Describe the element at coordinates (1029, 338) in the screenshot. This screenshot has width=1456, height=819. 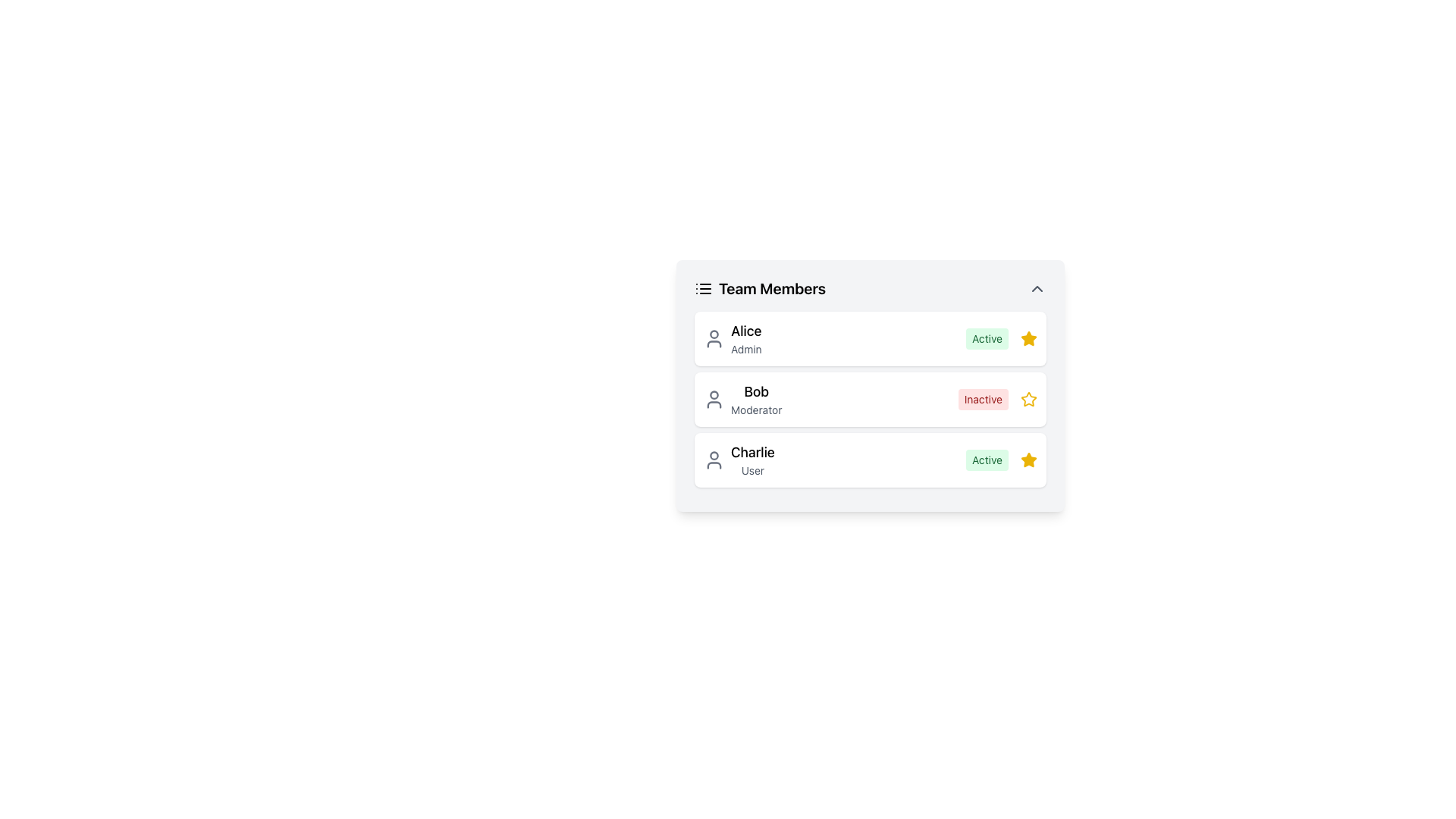
I see `the interactive button associated with user 'Alice' in the 'Active' section` at that location.